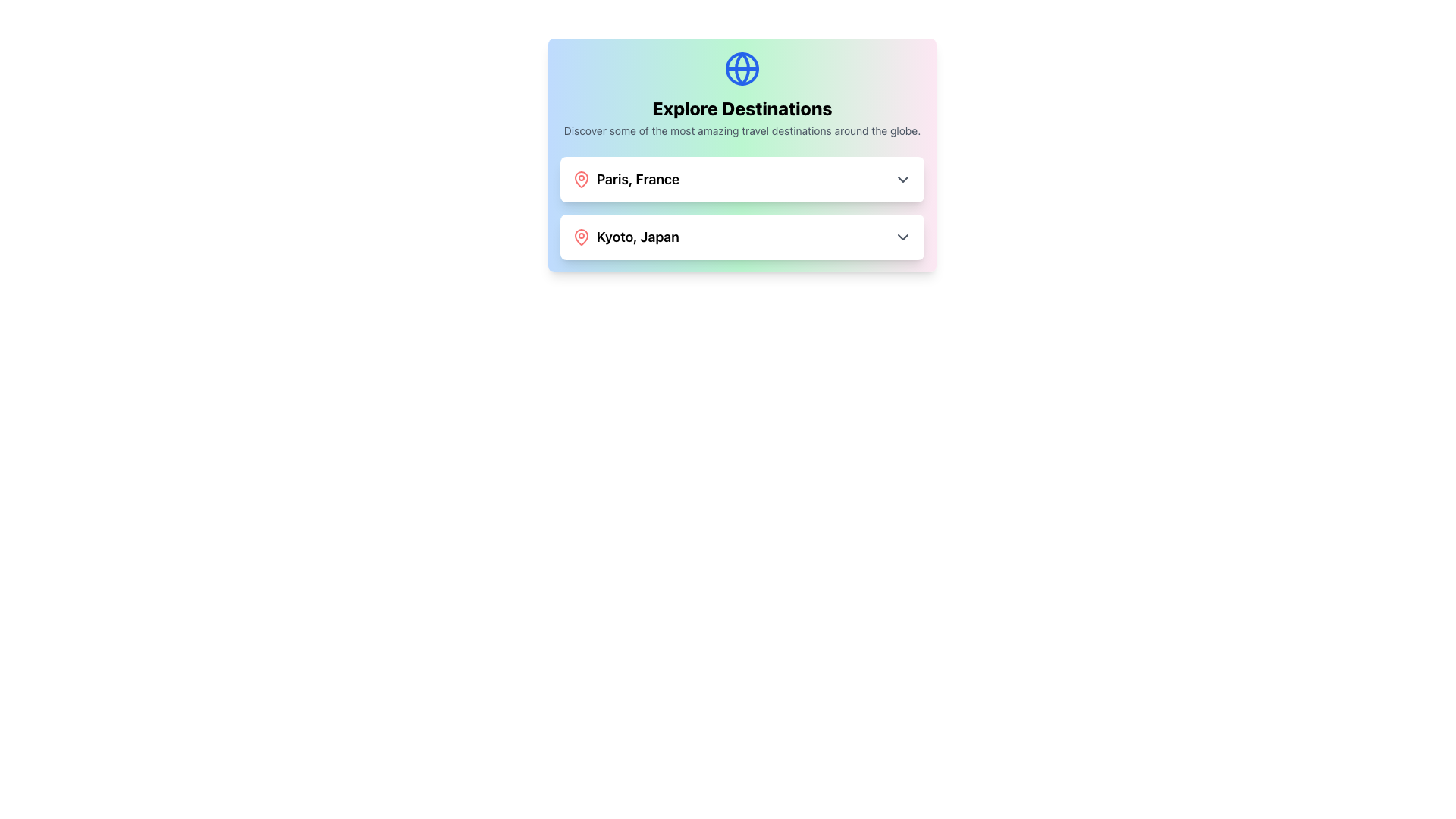 This screenshot has height=819, width=1456. I want to click on text displayed in the 'Kyoto, Japan' label, which is bold and larger, accompanied by a red location marker icon, located below 'Paris, France' in the 'Explore Destinations' section, so click(626, 237).